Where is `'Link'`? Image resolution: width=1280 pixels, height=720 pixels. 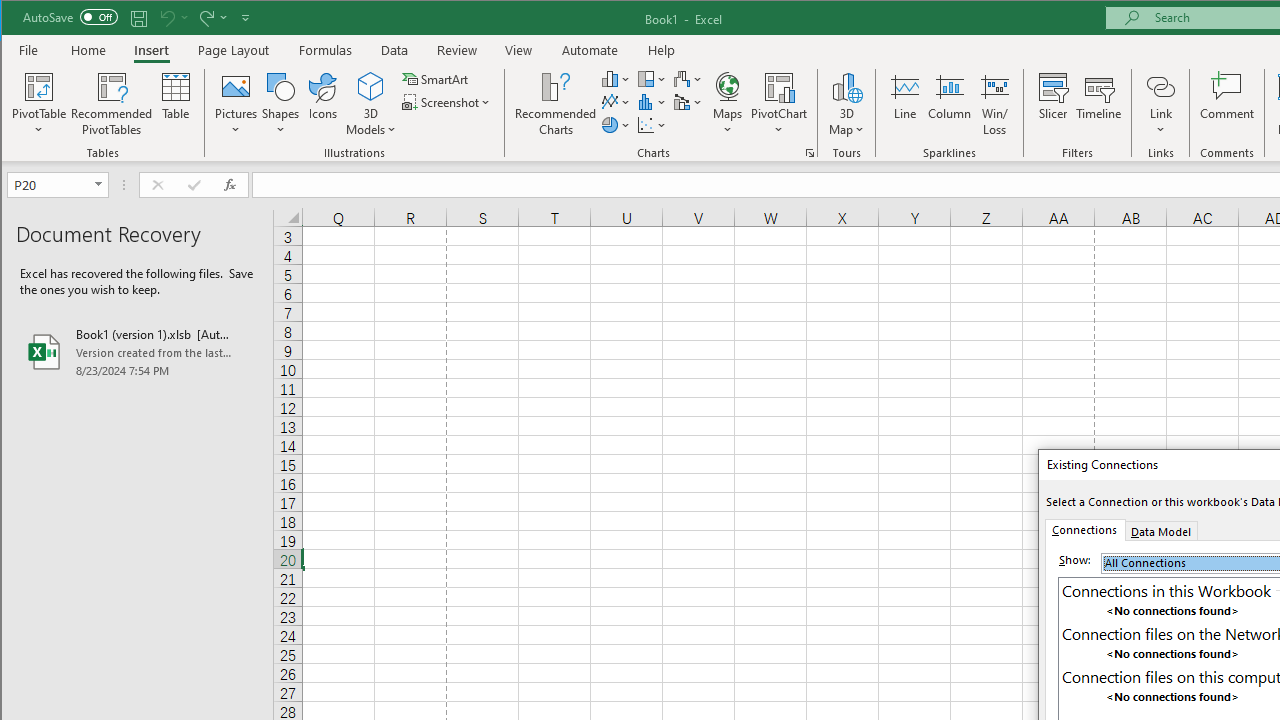 'Link' is located at coordinates (1160, 104).